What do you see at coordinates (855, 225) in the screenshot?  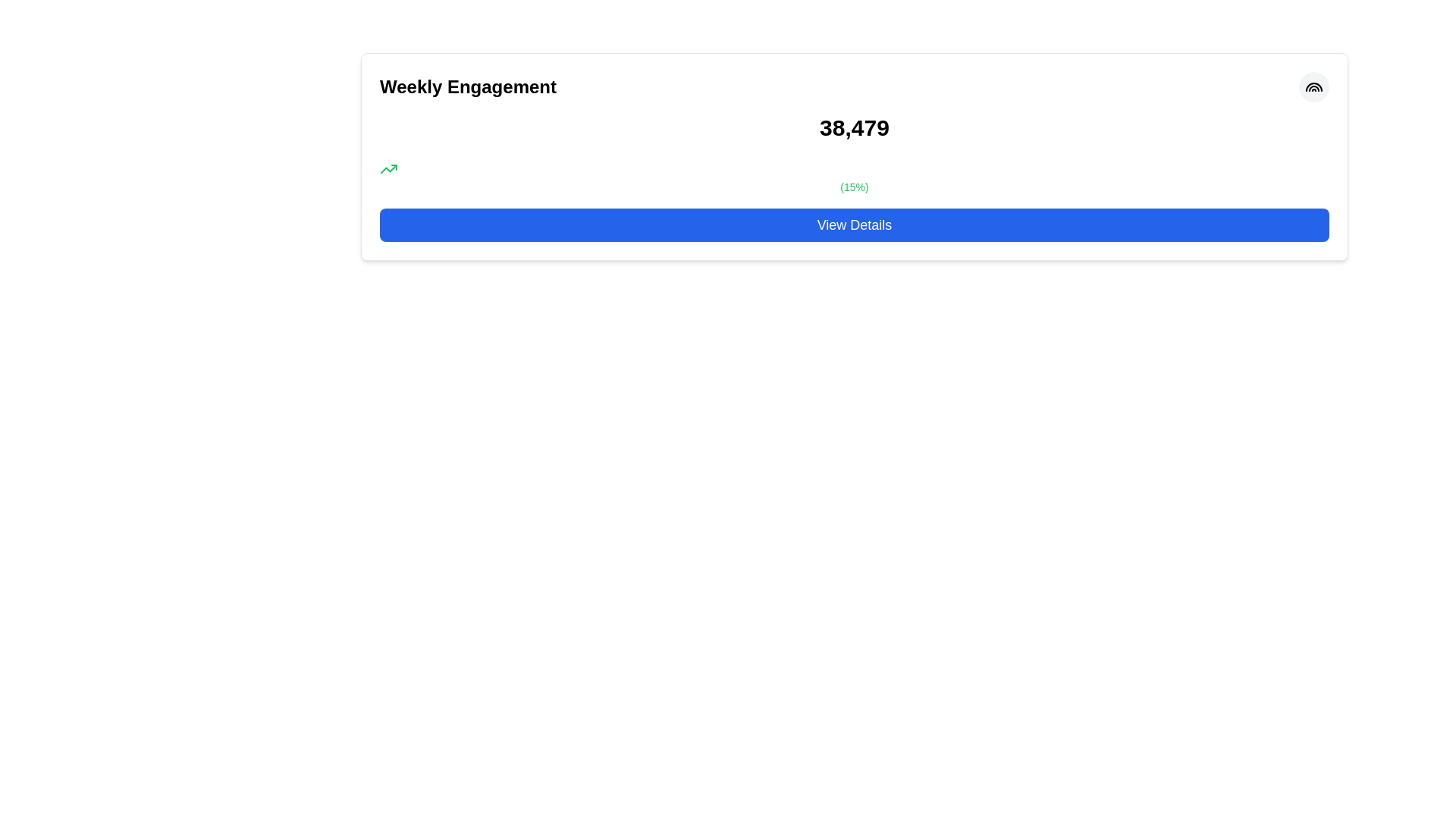 I see `the rectangular button with a vibrant blue background and white text reading 'View Details'` at bounding box center [855, 225].